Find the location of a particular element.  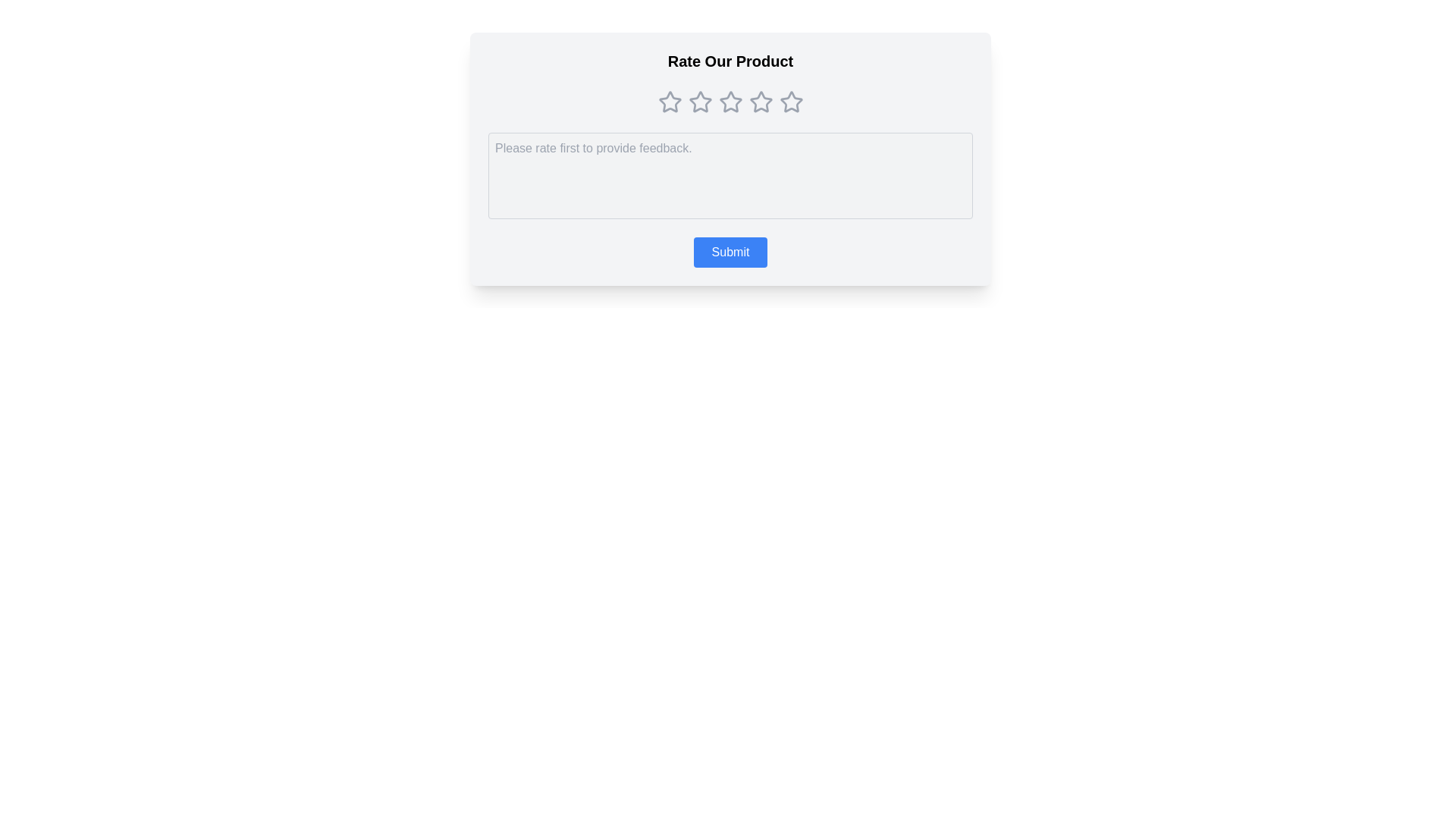

the second outlined star SVG icon is located at coordinates (699, 102).